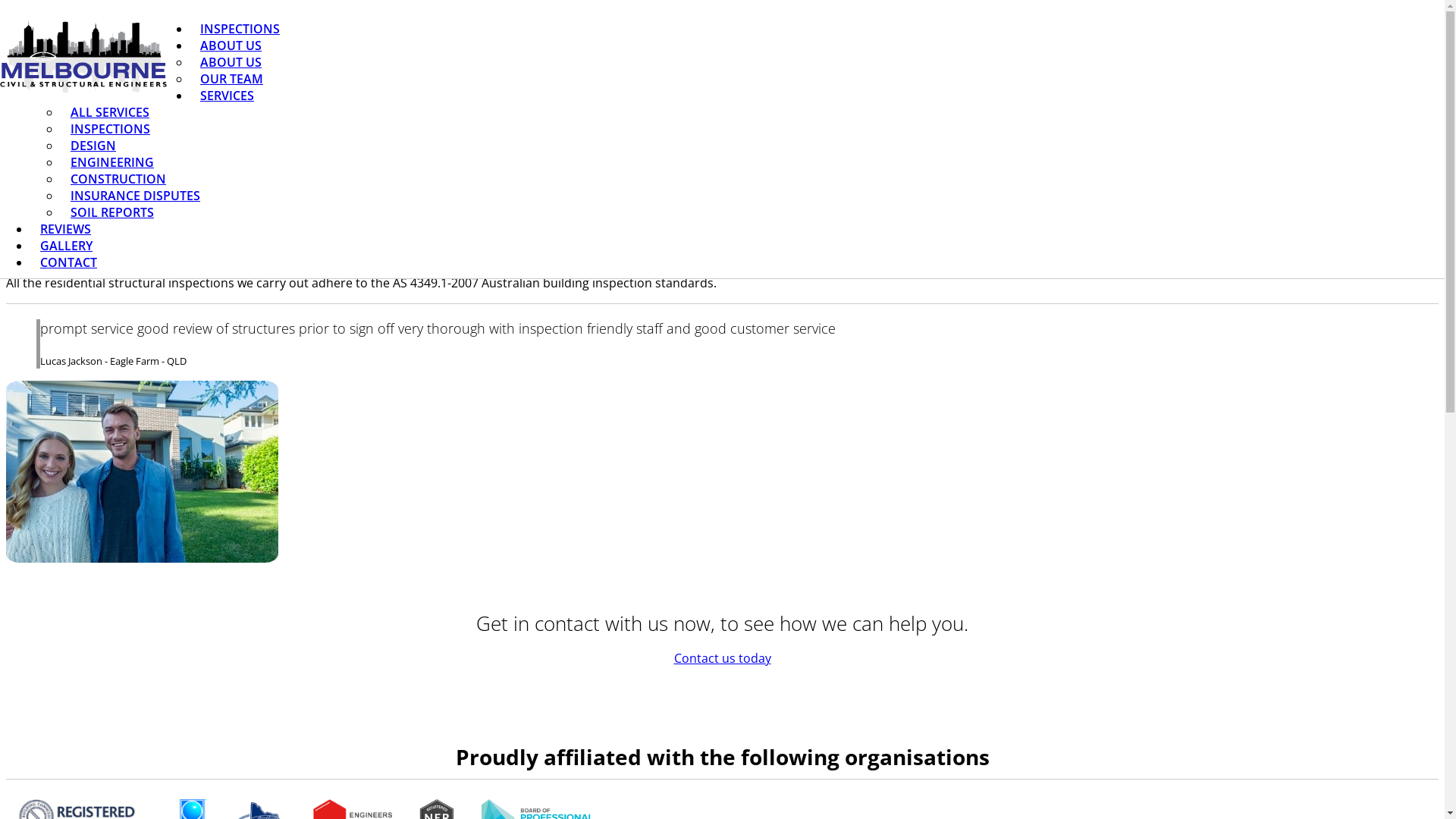  Describe the element at coordinates (33, 228) in the screenshot. I see `'REVIEWS'` at that location.